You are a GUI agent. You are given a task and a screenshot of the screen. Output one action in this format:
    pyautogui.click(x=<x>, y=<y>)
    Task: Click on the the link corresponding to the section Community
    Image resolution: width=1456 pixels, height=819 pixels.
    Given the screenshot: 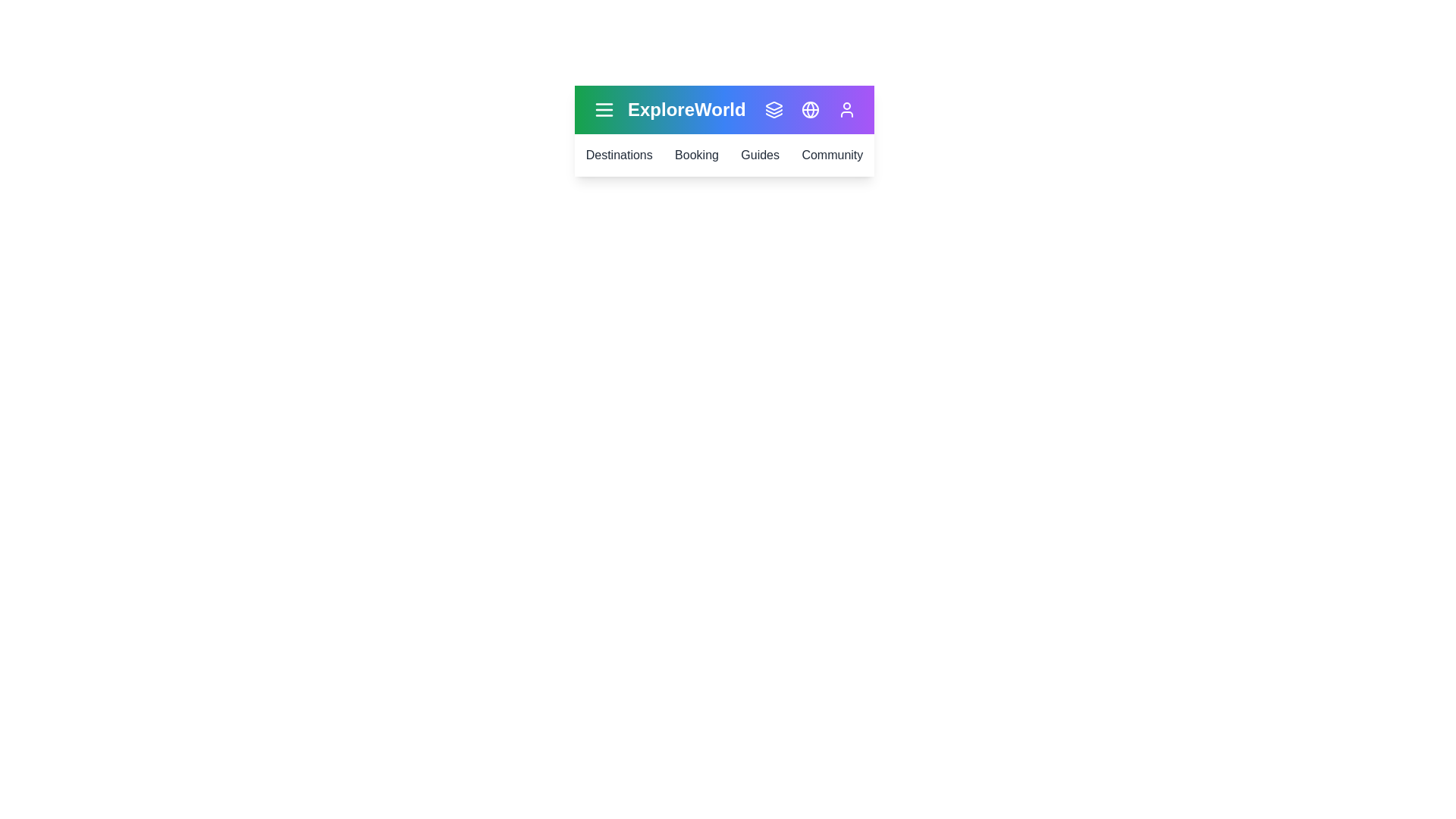 What is the action you would take?
    pyautogui.click(x=831, y=155)
    